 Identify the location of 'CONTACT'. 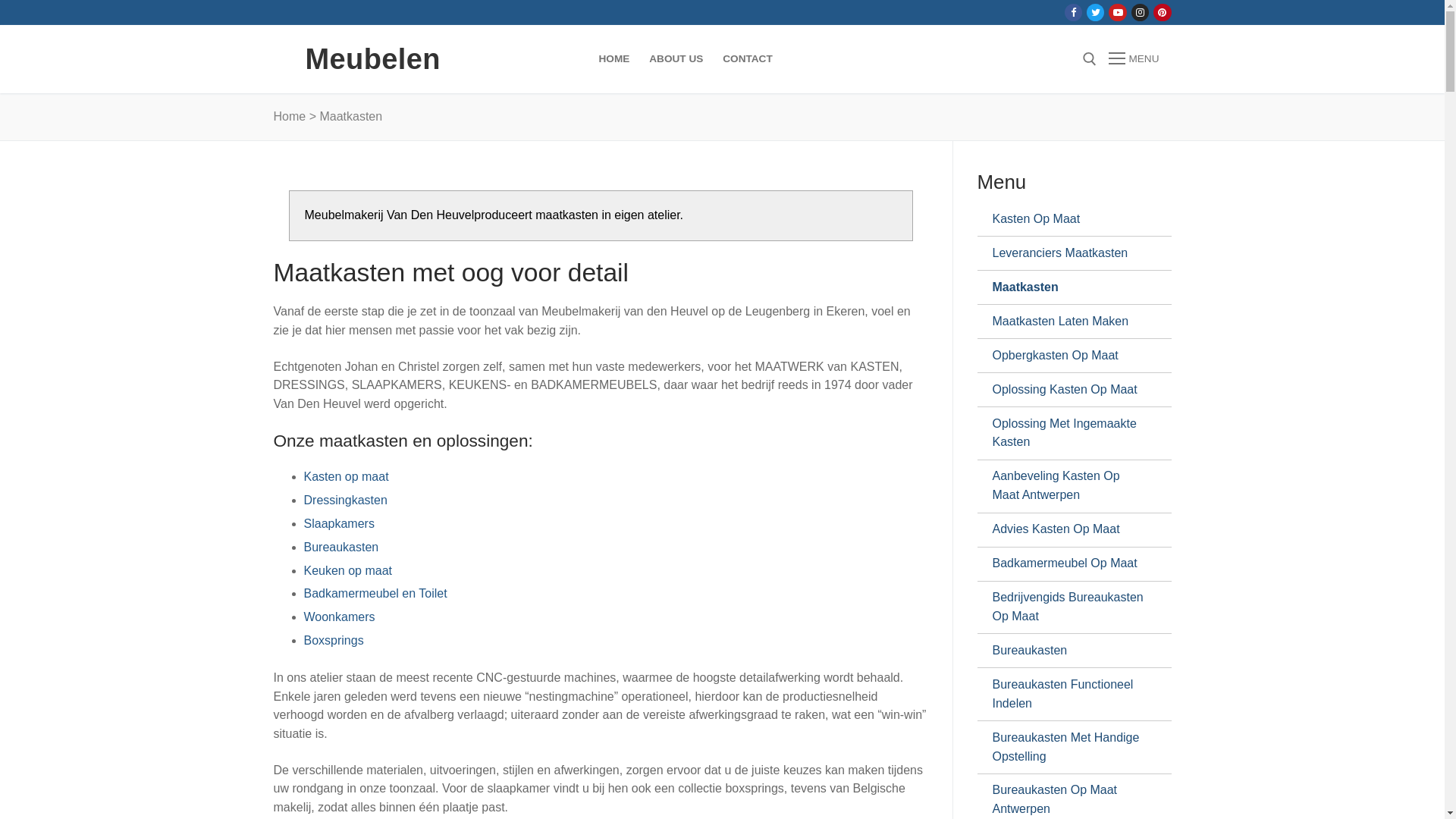
(747, 58).